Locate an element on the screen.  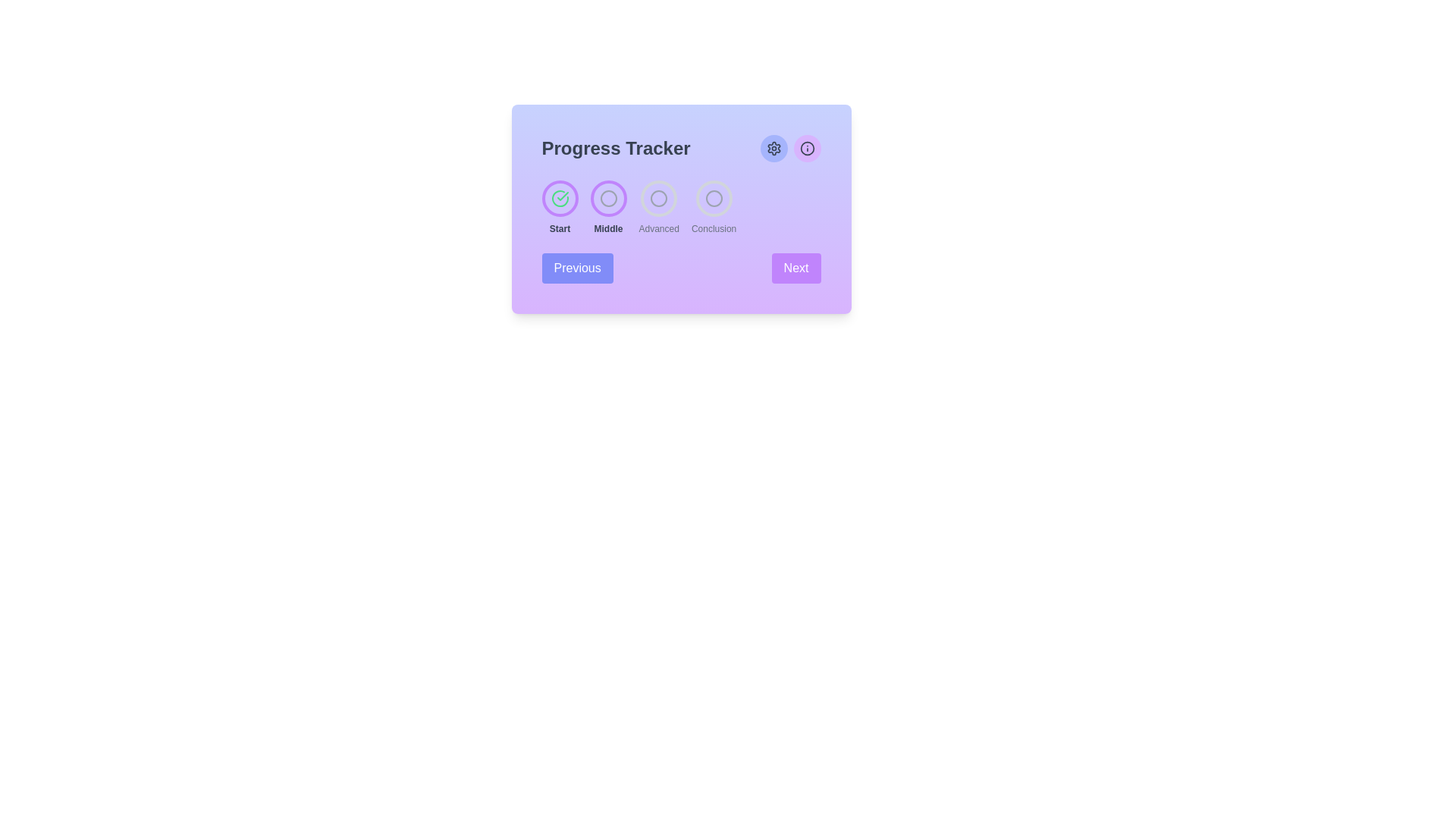
the state of the progress indicator labeled 'Middle', which is the second circular component with a purple border and gray inner circle in the series of progress indicators is located at coordinates (608, 198).